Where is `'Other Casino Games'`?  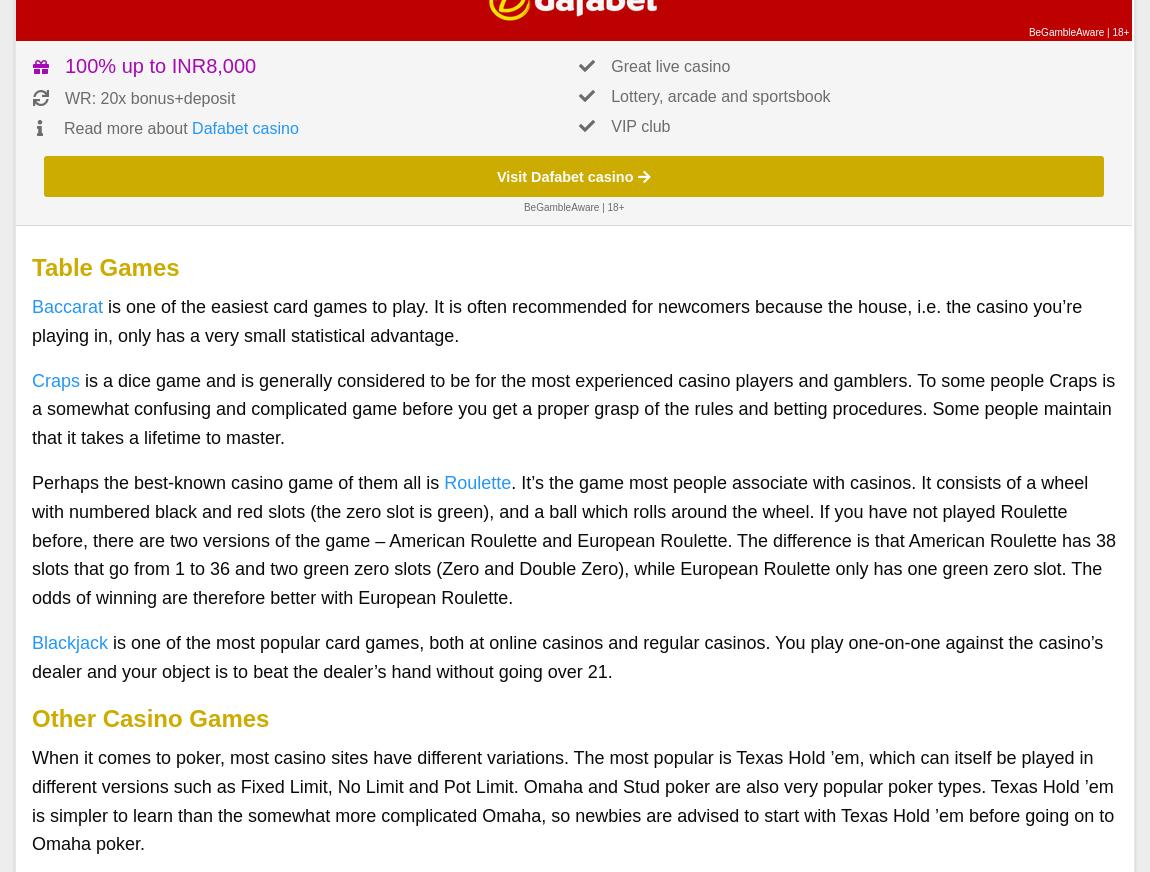
'Other Casino Games' is located at coordinates (149, 717).